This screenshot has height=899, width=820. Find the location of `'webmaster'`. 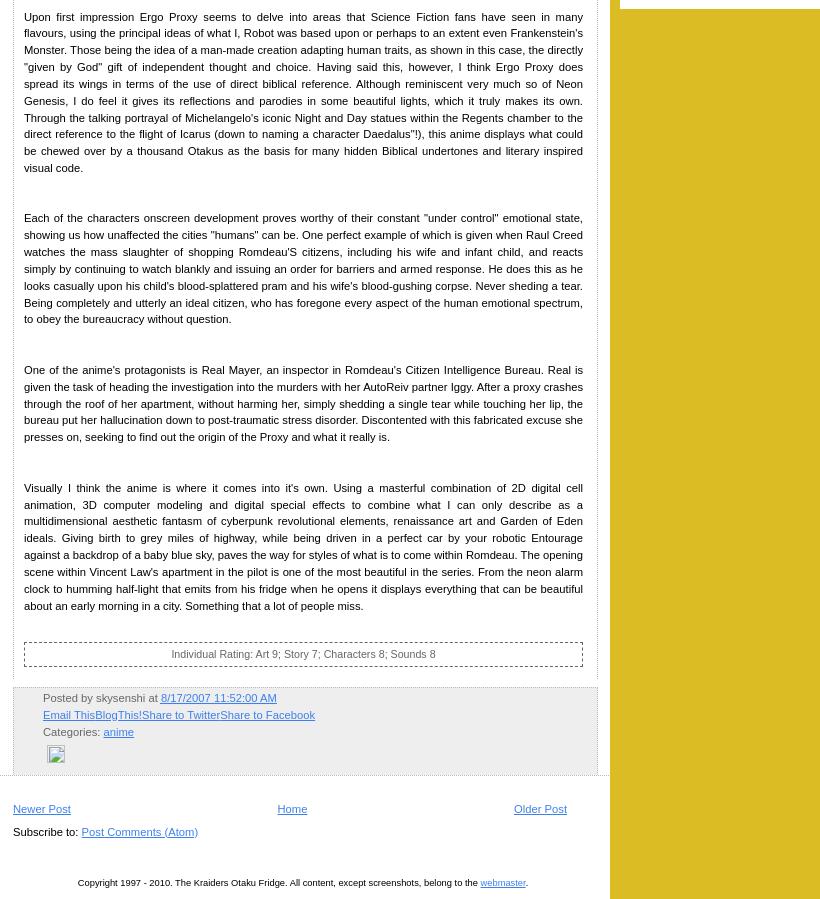

'webmaster' is located at coordinates (502, 882).